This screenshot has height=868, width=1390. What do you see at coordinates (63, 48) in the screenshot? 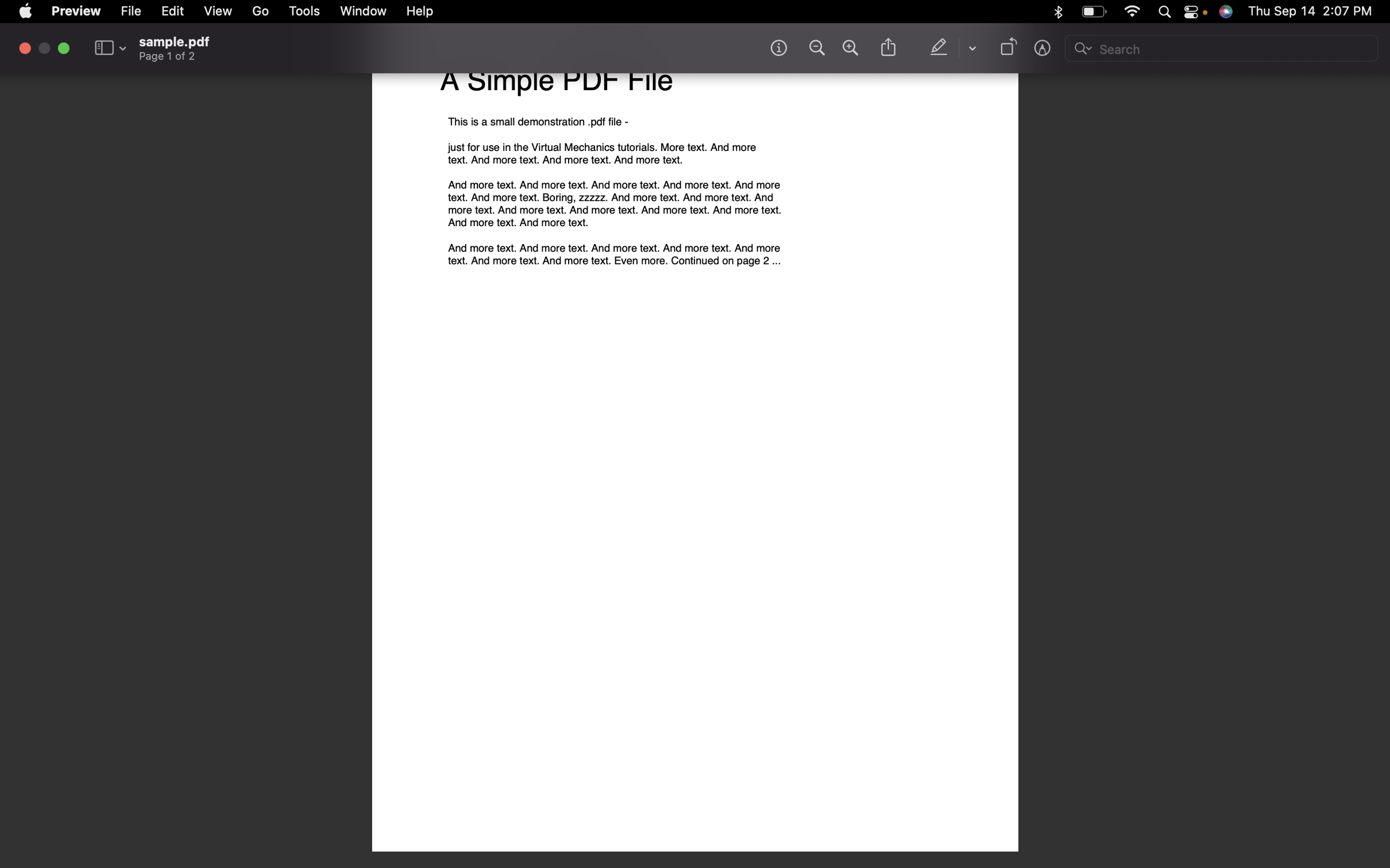
I see `fullscreen display` at bounding box center [63, 48].